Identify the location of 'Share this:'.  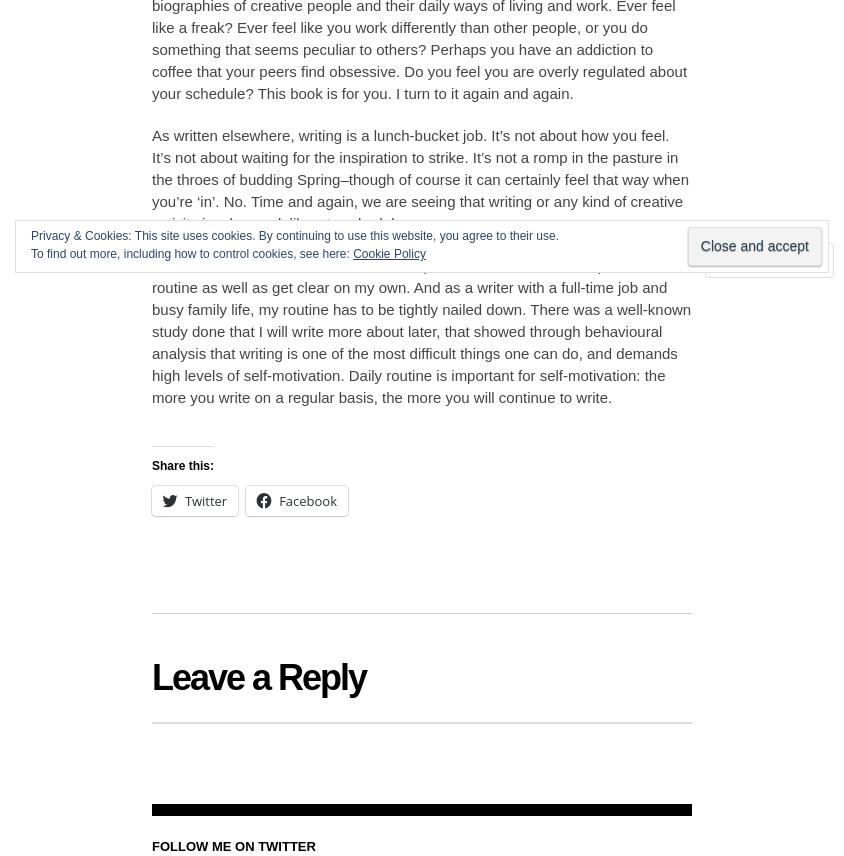
(152, 465).